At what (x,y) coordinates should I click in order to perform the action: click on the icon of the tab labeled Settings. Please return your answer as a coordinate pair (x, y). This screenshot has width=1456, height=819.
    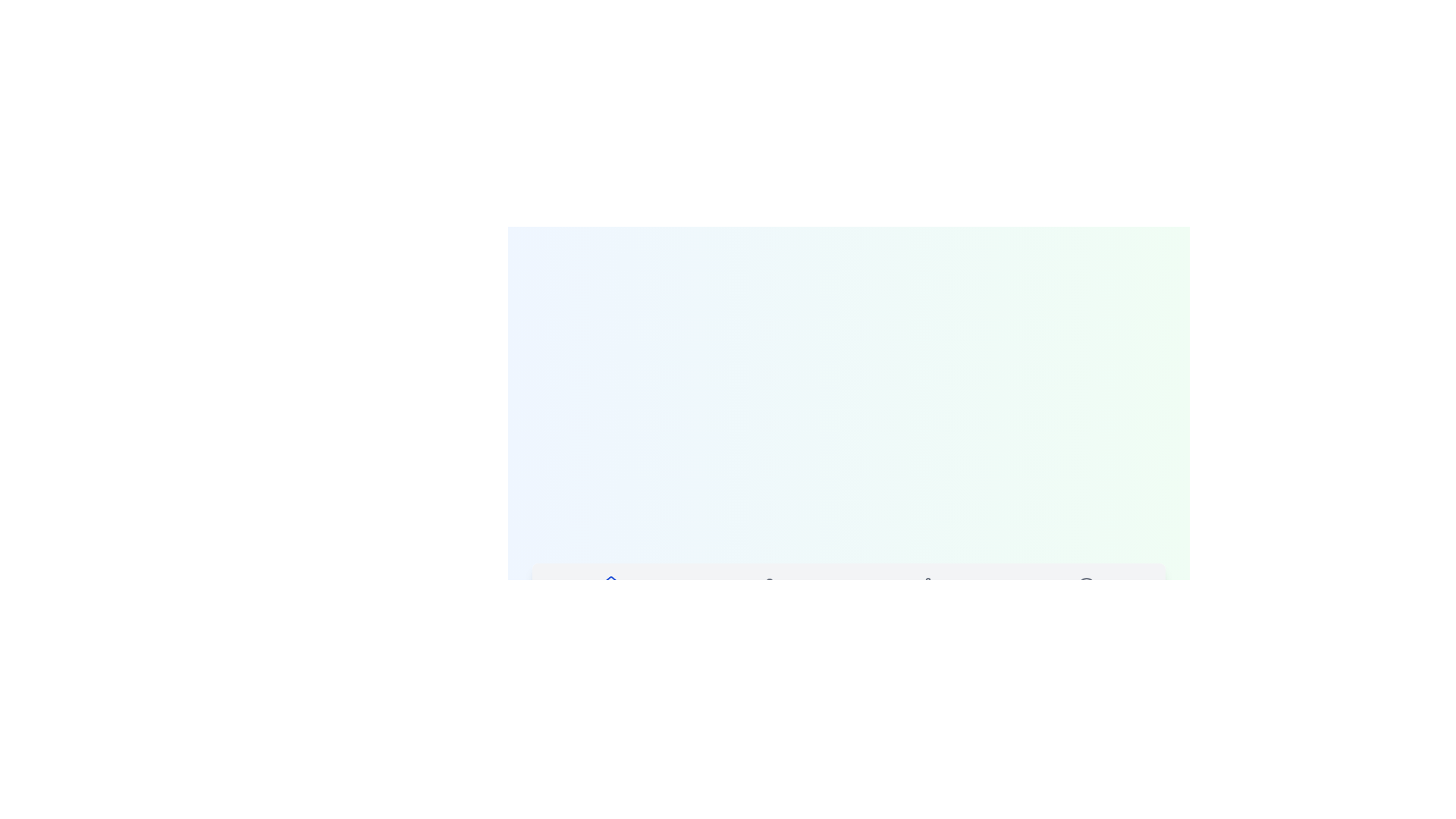
    Looking at the image, I should click on (927, 585).